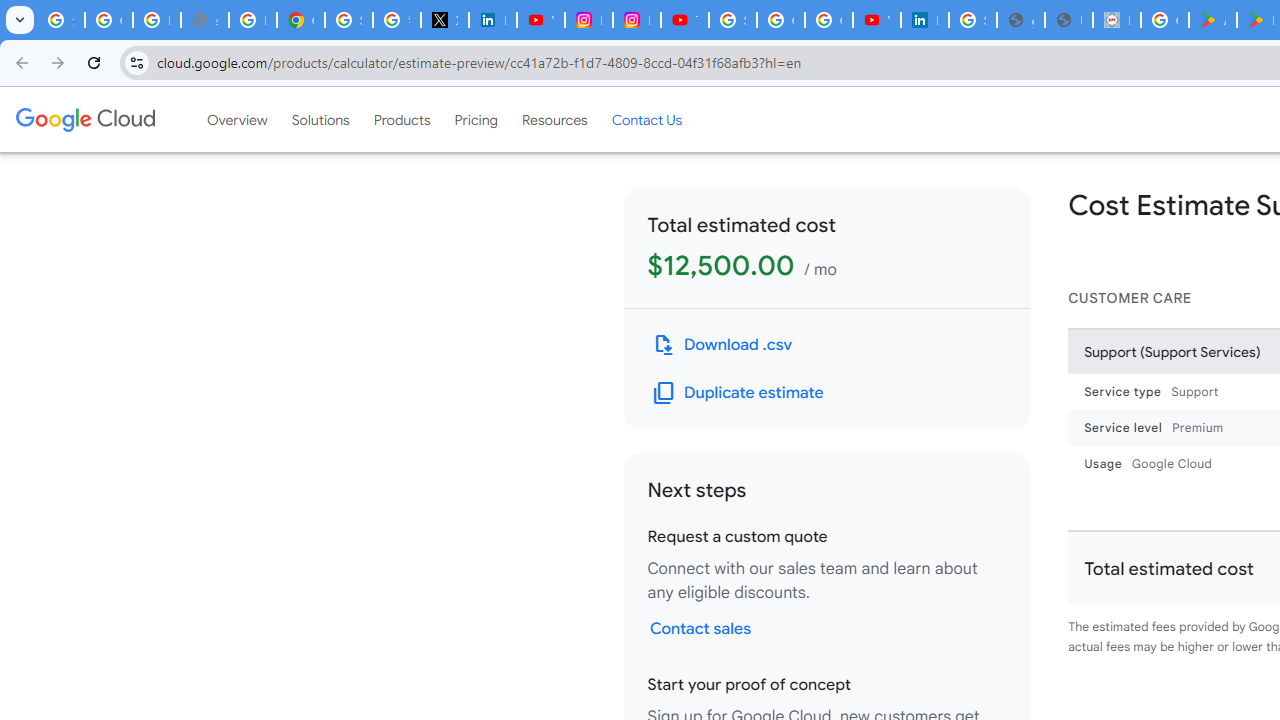  What do you see at coordinates (443, 20) in the screenshot?
I see `'X'` at bounding box center [443, 20].